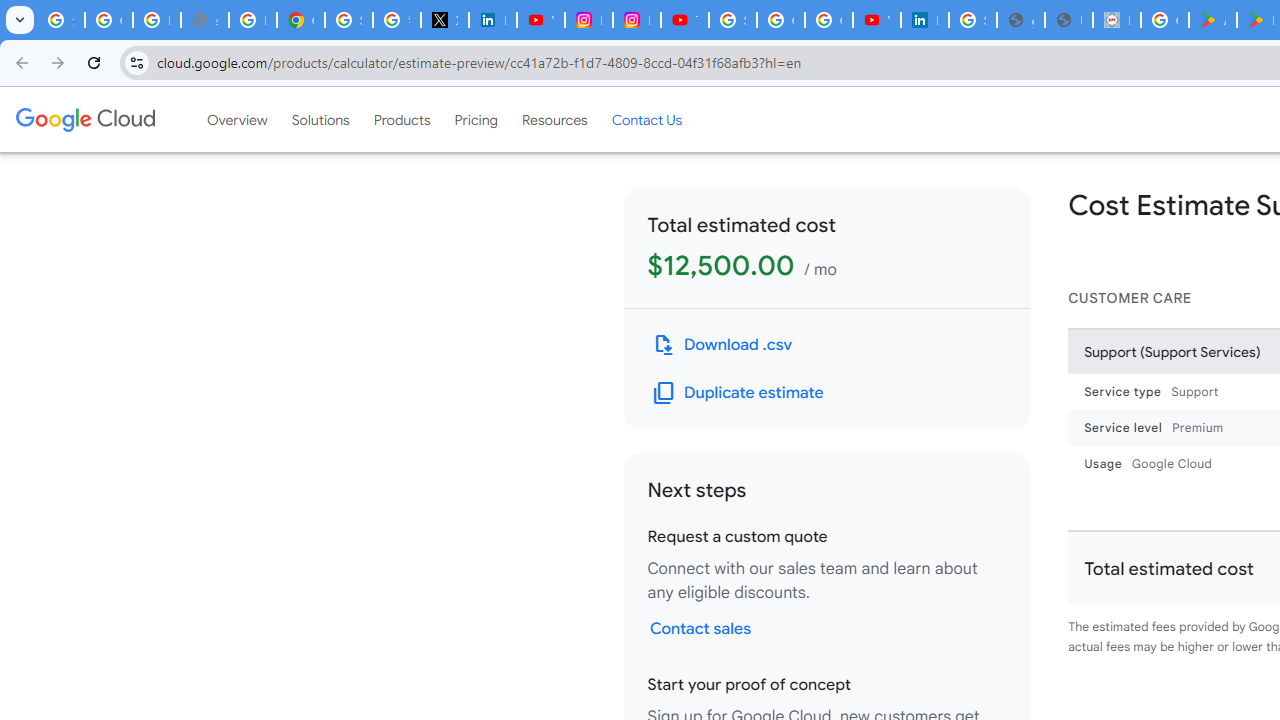  What do you see at coordinates (443, 20) in the screenshot?
I see `'X'` at bounding box center [443, 20].